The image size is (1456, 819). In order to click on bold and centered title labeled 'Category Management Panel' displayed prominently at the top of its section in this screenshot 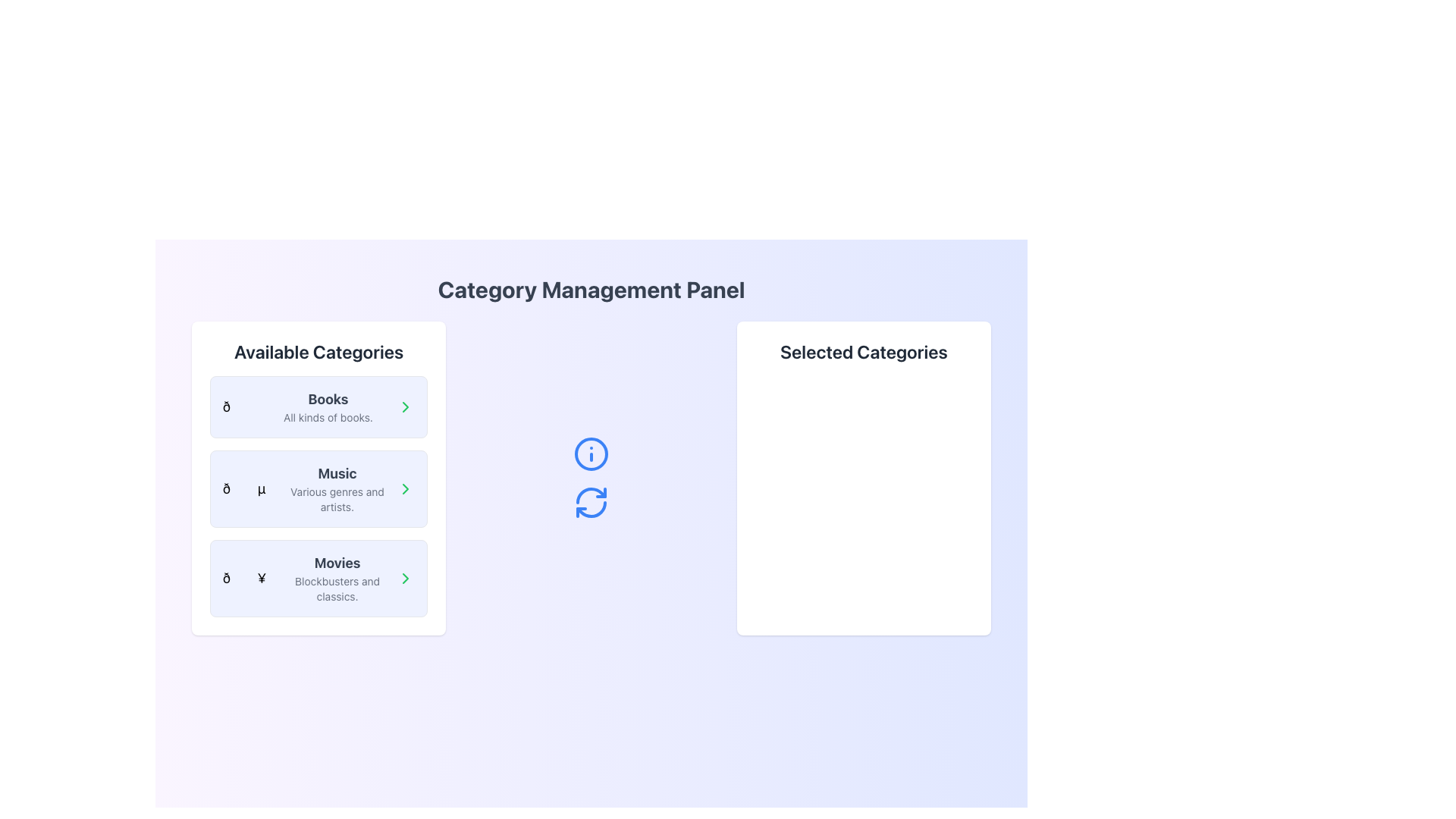, I will do `click(590, 289)`.